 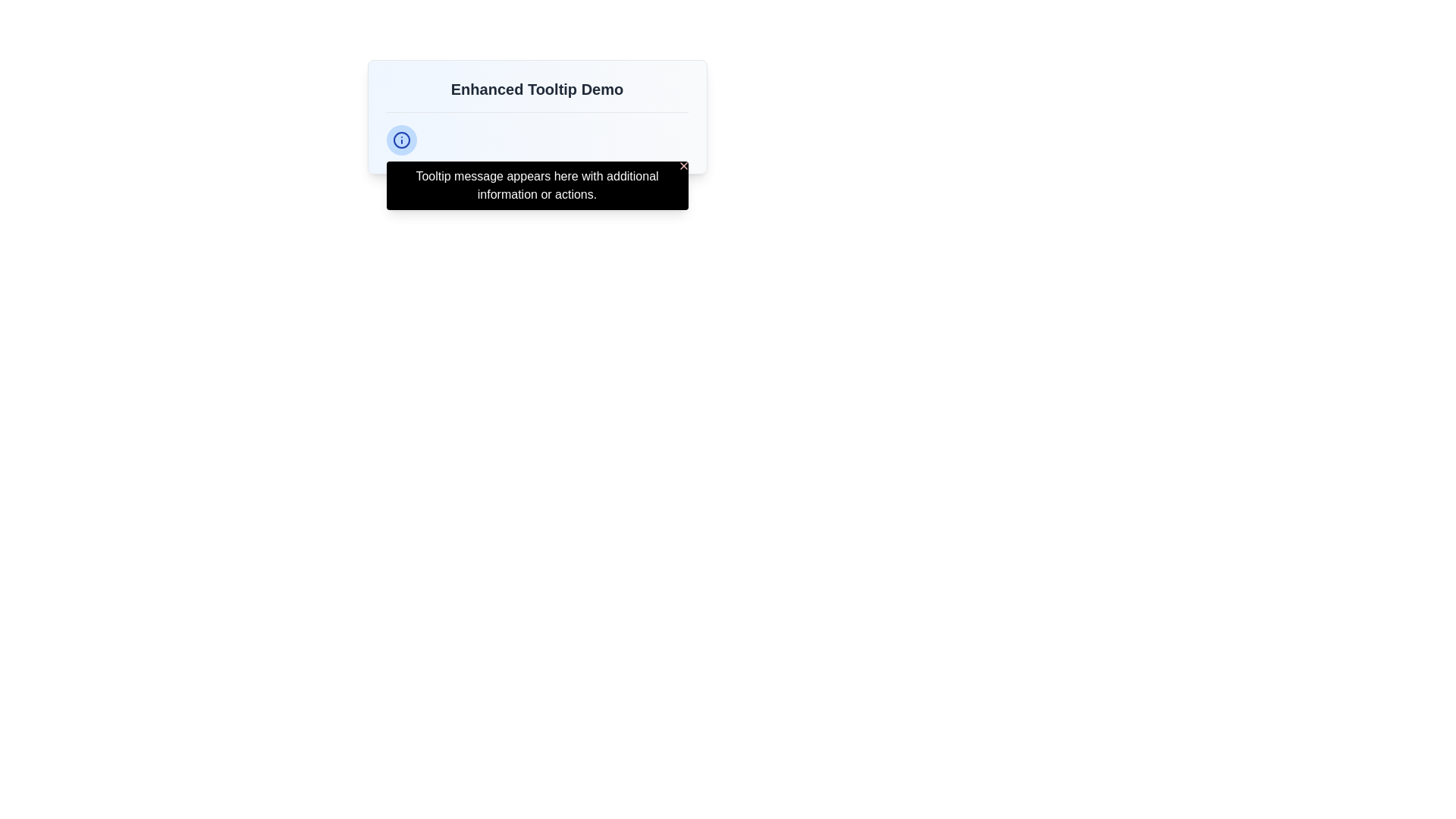 I want to click on the information icon located within a circular button to the left of the text label in the header section labeled 'Enhanced Tooltip Demo', so click(x=401, y=140).